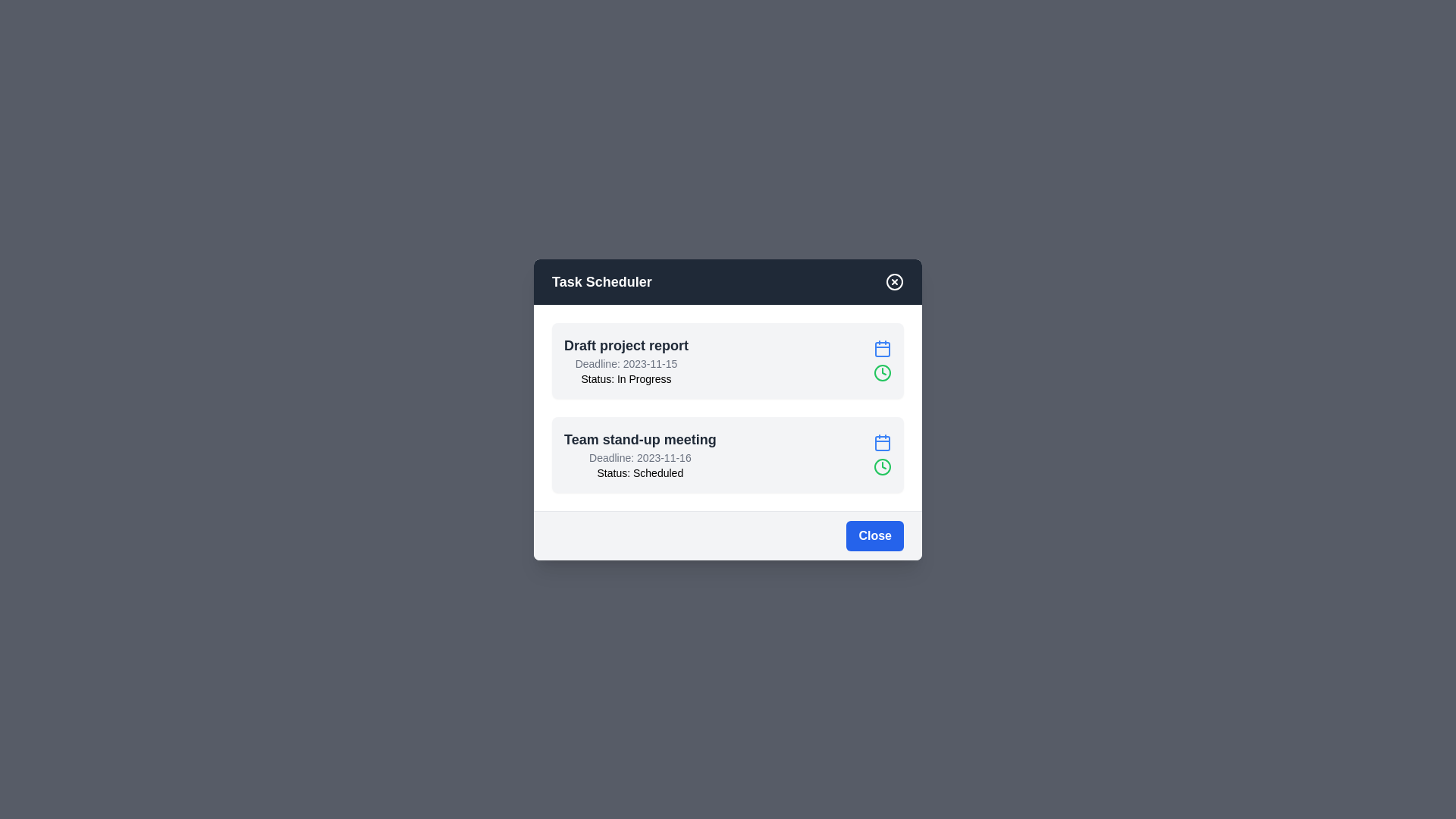  Describe the element at coordinates (626, 345) in the screenshot. I see `the task title to inspect its details` at that location.